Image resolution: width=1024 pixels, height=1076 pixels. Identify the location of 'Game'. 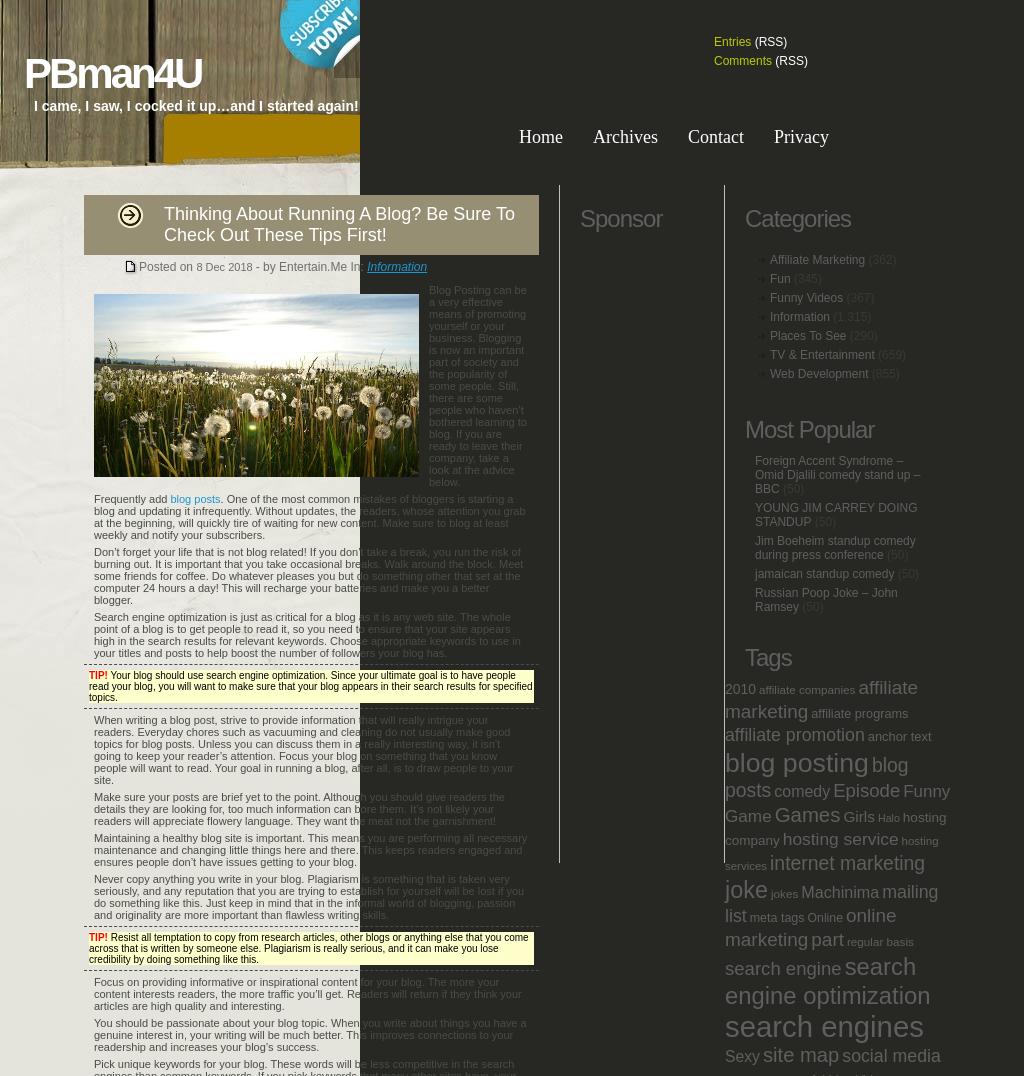
(747, 815).